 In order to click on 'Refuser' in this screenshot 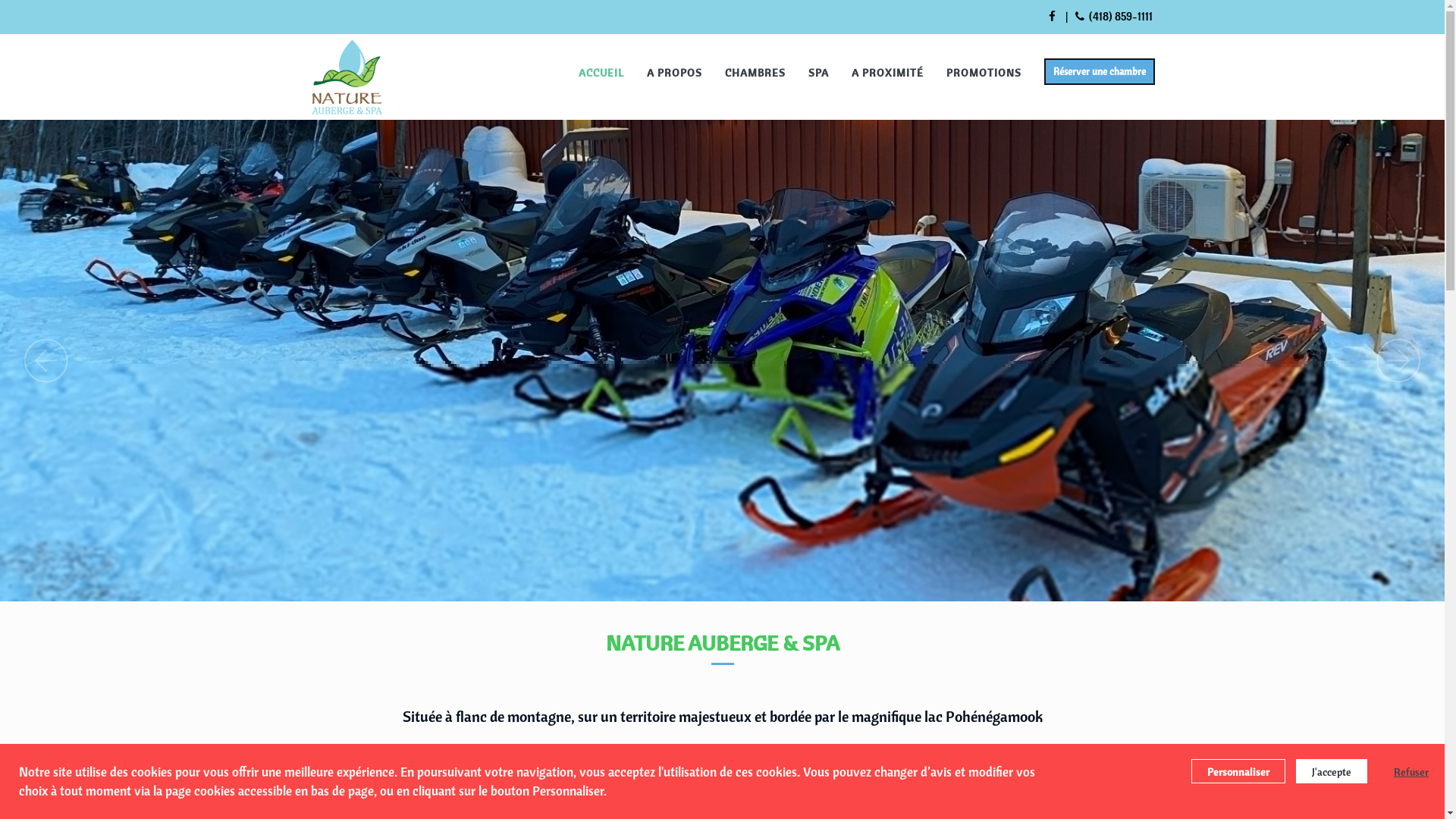, I will do `click(1403, 771)`.